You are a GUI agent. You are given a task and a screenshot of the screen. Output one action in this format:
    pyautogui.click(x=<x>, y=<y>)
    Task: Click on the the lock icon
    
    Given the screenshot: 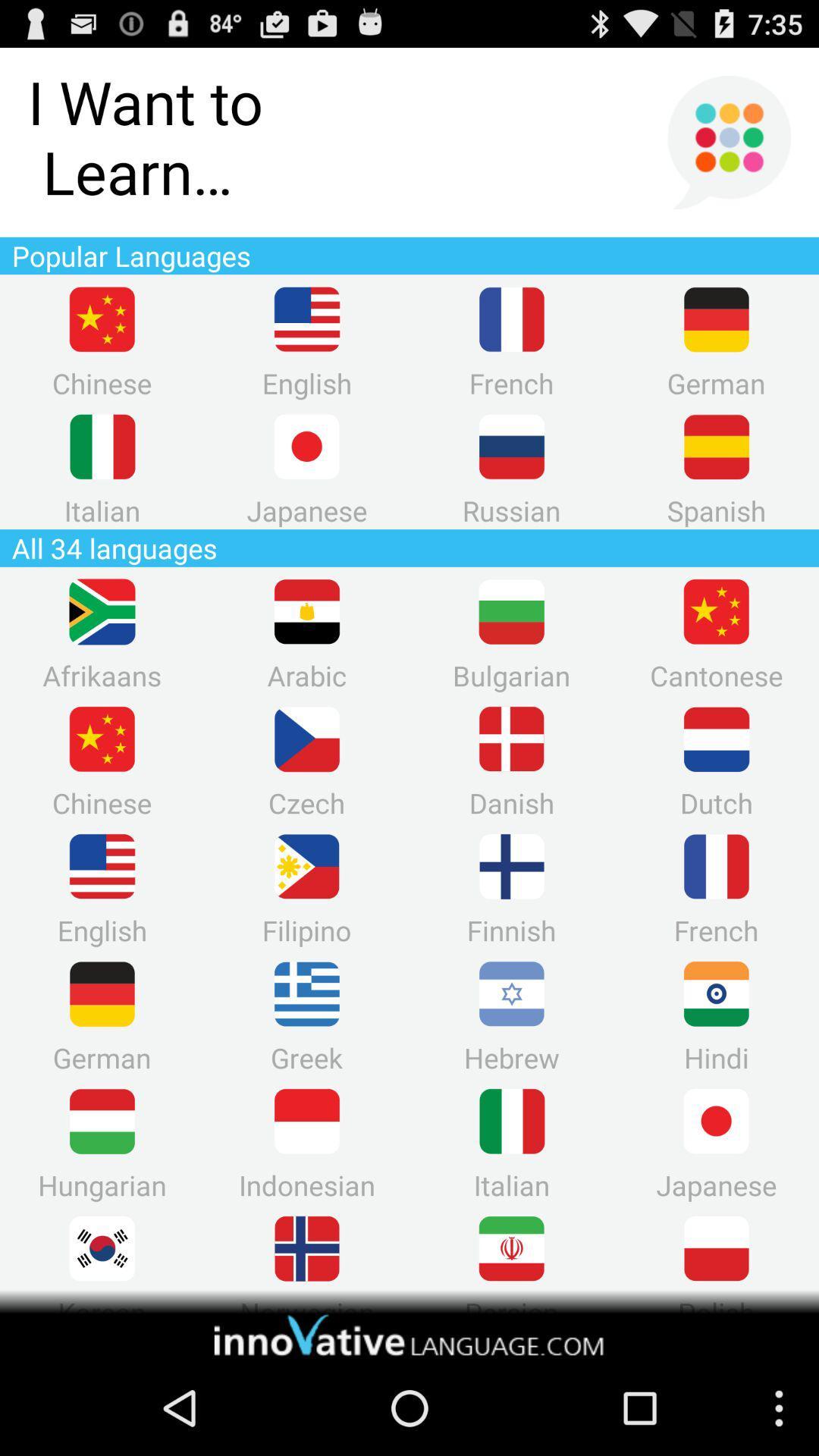 What is the action you would take?
    pyautogui.click(x=717, y=477)
    